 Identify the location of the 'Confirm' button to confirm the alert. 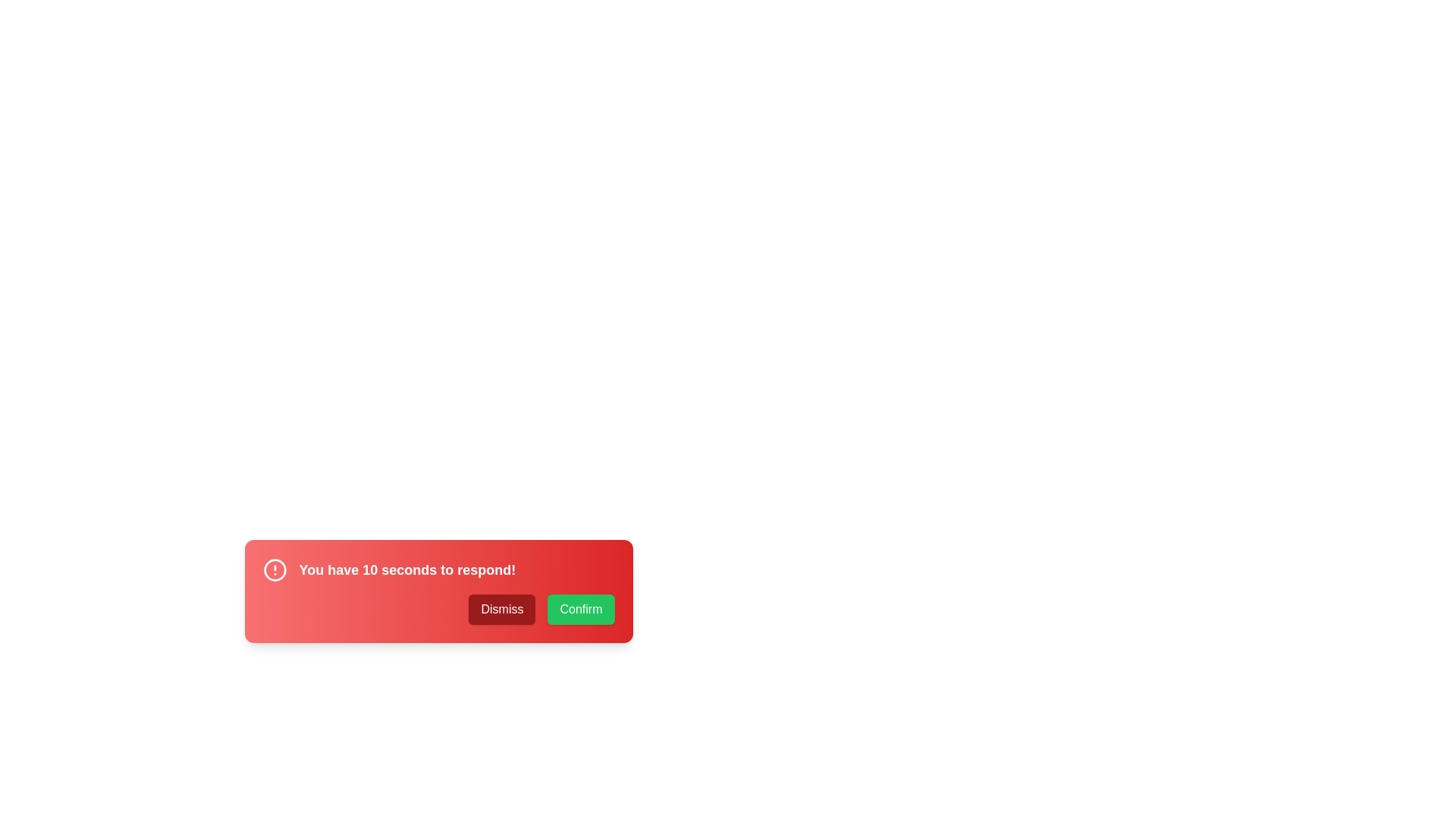
(580, 608).